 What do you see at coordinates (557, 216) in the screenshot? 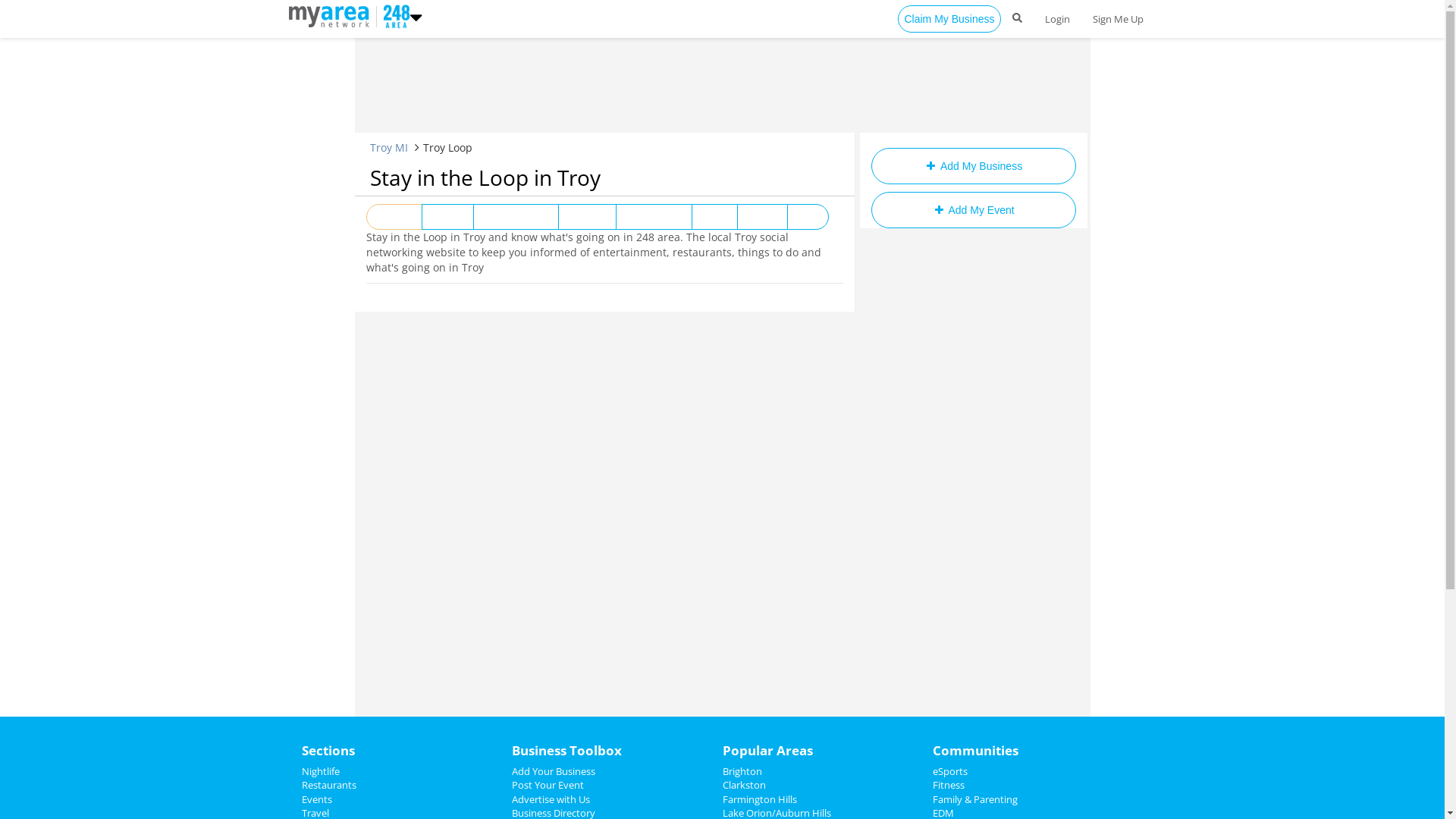
I see `'Nightlife'` at bounding box center [557, 216].